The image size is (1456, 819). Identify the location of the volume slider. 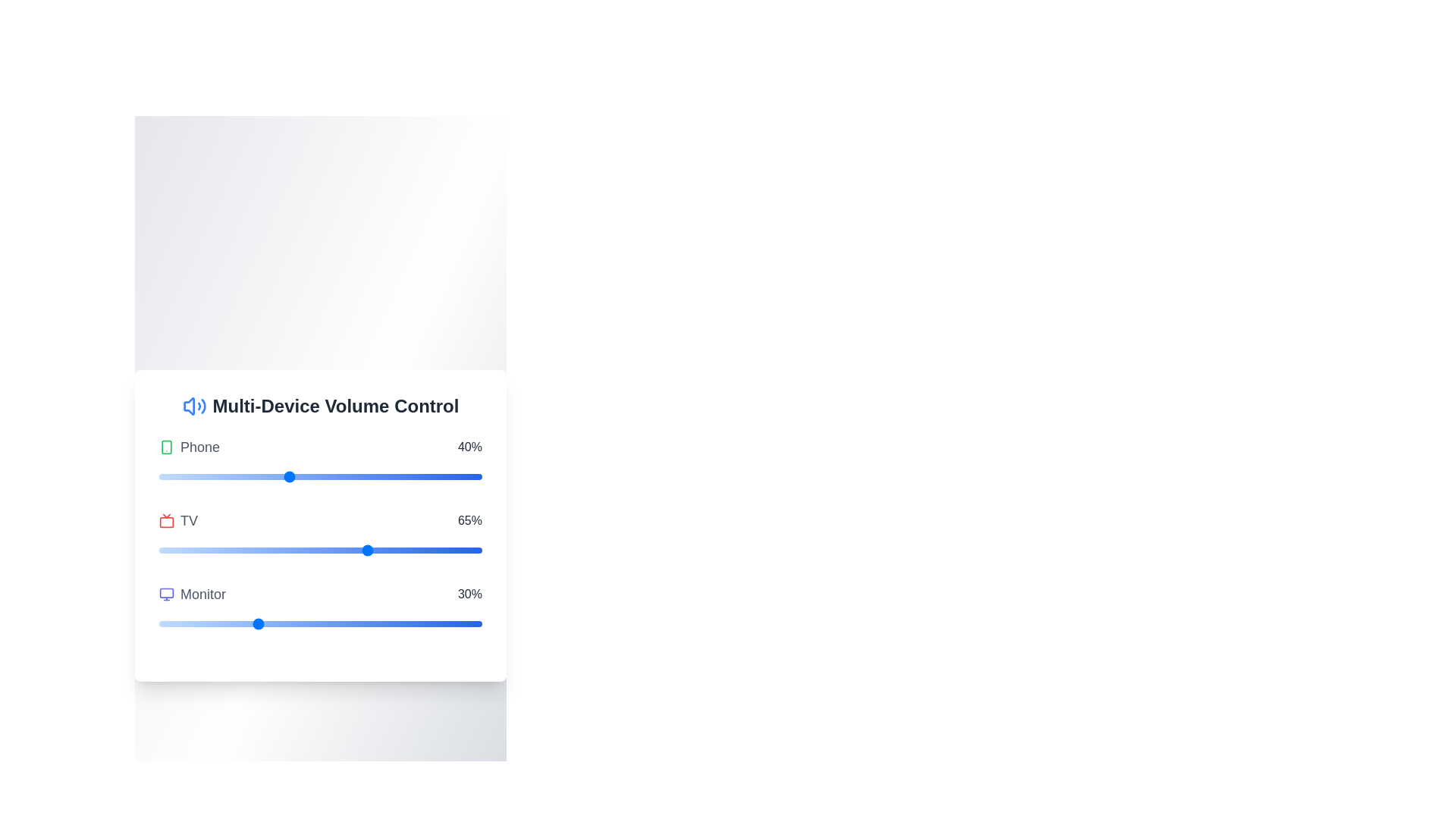
(433, 475).